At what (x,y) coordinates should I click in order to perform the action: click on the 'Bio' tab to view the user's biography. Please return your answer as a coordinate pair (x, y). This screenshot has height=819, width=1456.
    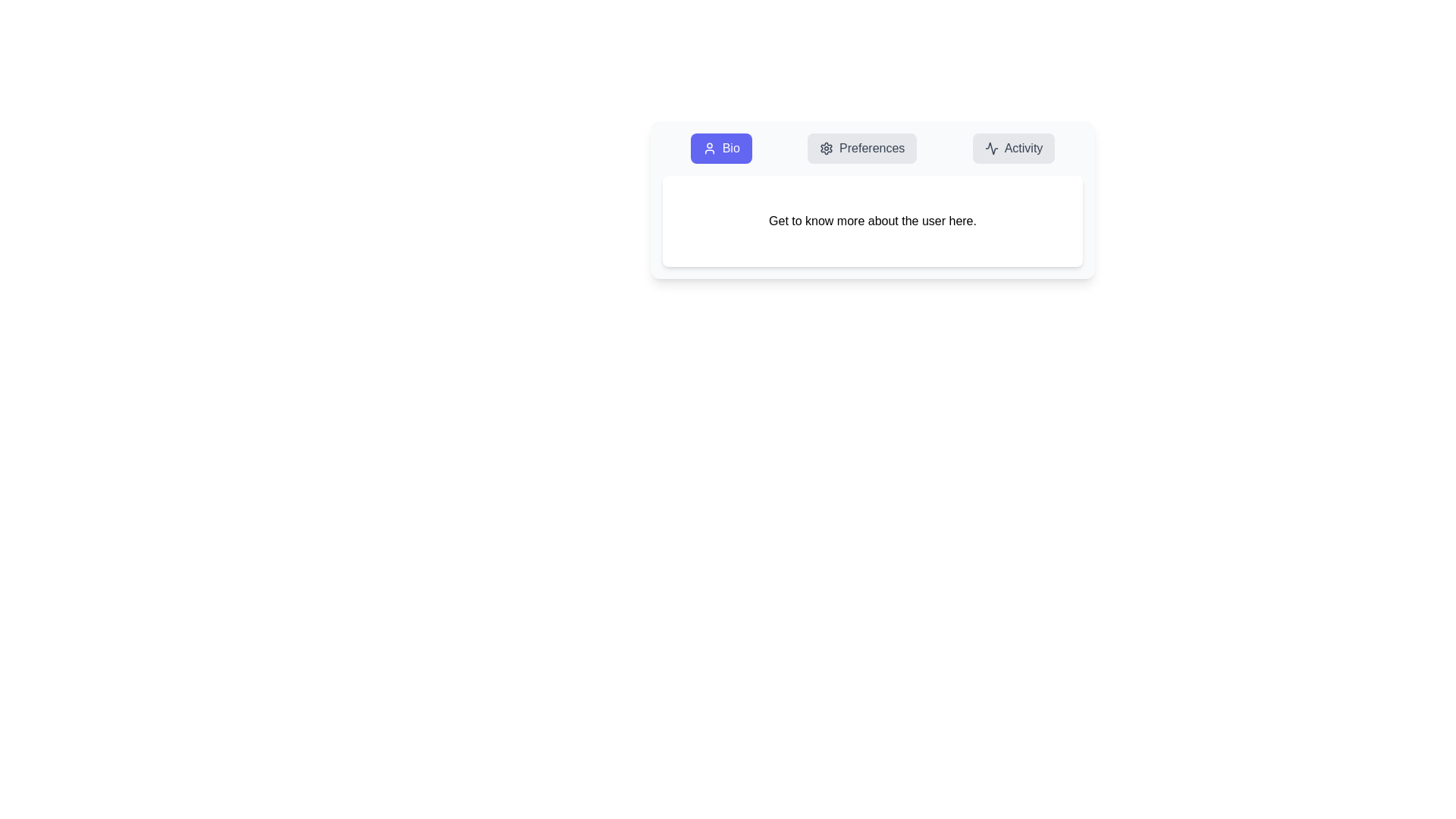
    Looking at the image, I should click on (720, 149).